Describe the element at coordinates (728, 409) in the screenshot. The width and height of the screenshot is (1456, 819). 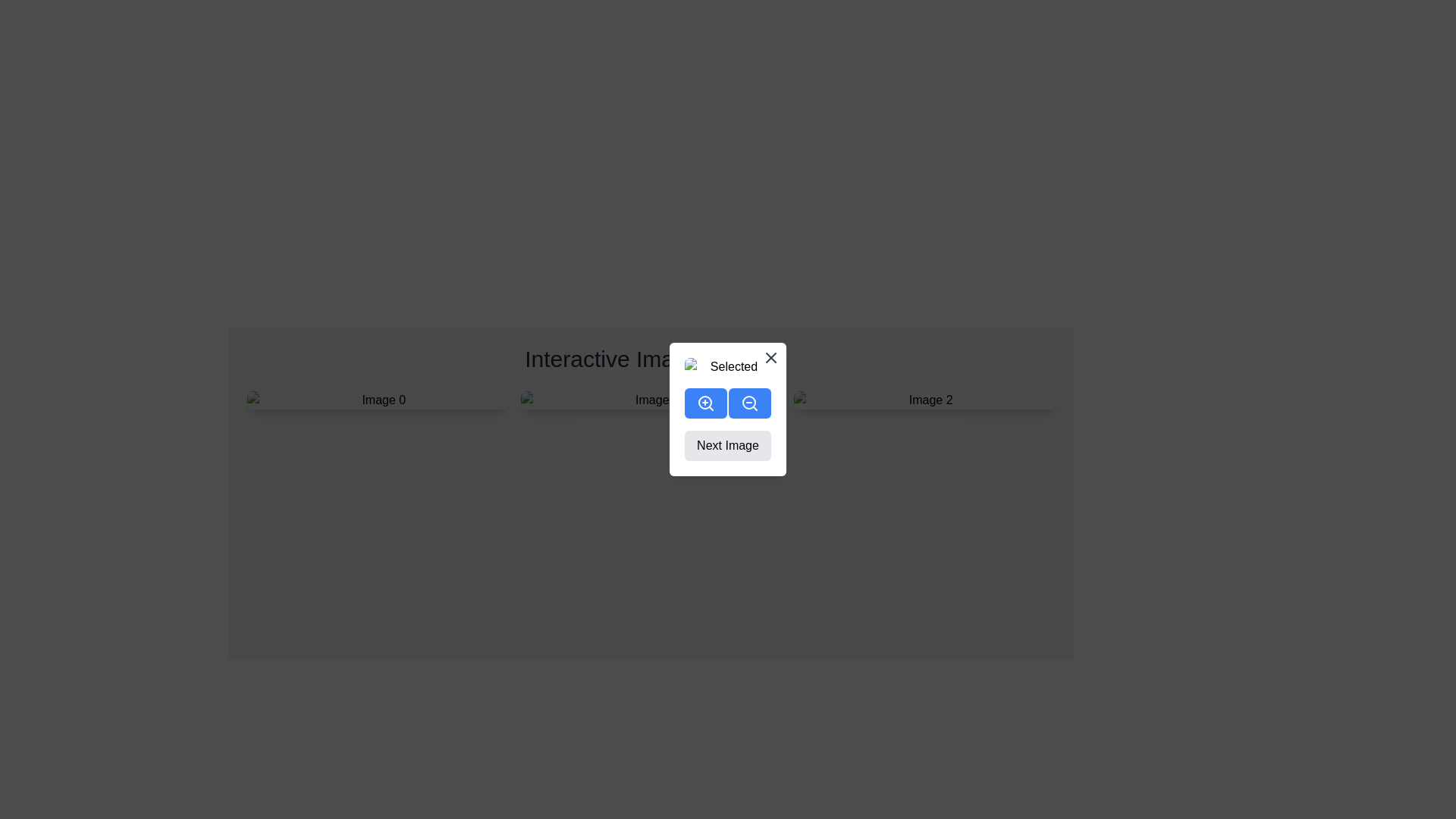
I see `the button labeled 'Next Image', which has a light gray background and rounded corners, located at the bottom of the central modal window under the blue buttons` at that location.